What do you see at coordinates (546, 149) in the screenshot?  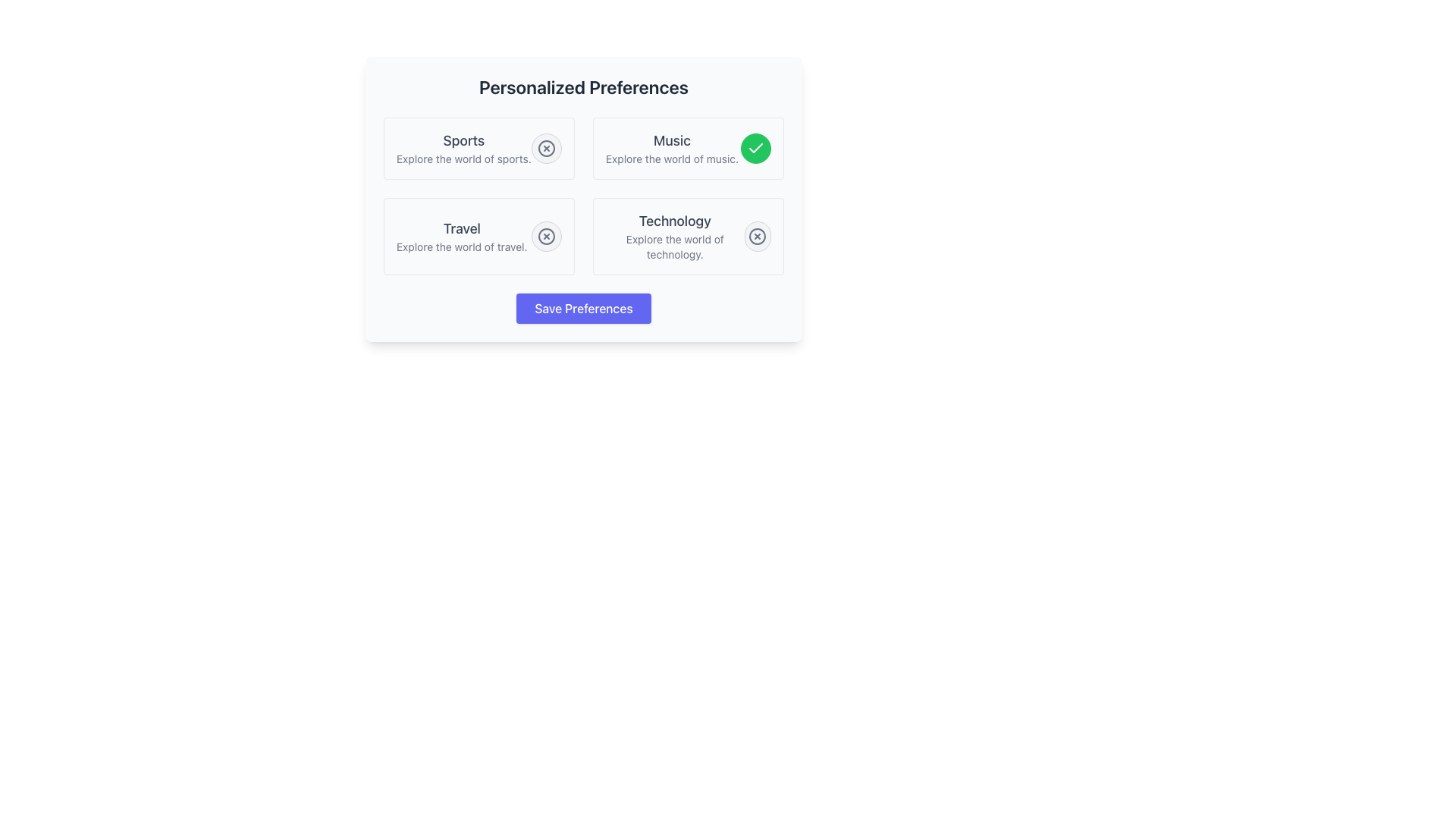 I see `the circular icon featuring an 'X' mark located in the top-left box of the grid labeled 'Sports'` at bounding box center [546, 149].